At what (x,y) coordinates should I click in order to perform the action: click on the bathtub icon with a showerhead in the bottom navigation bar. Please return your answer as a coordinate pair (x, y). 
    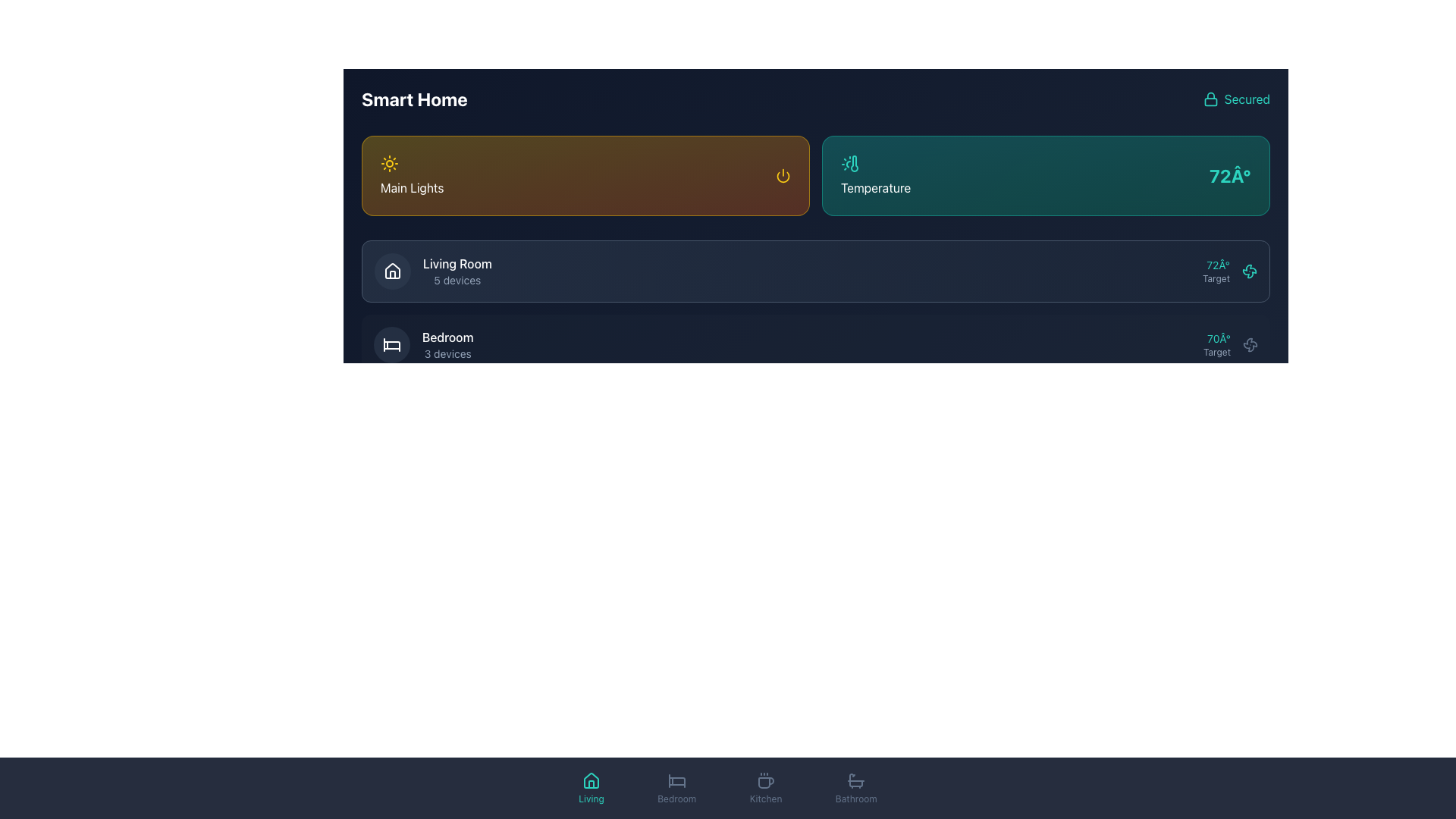
    Looking at the image, I should click on (856, 780).